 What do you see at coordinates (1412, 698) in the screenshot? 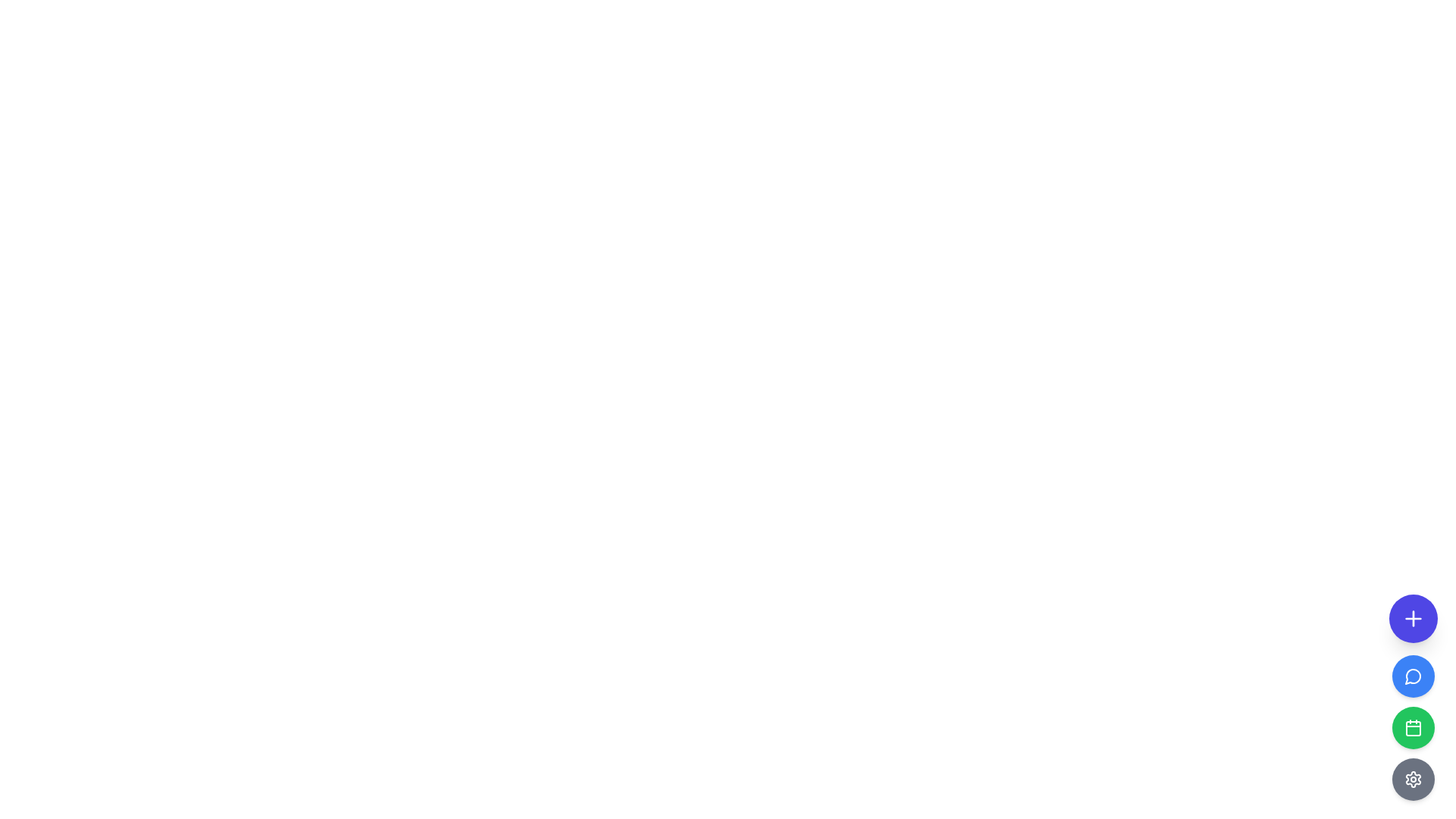
I see `the second circular blue button with a speech bubble icon` at bounding box center [1412, 698].